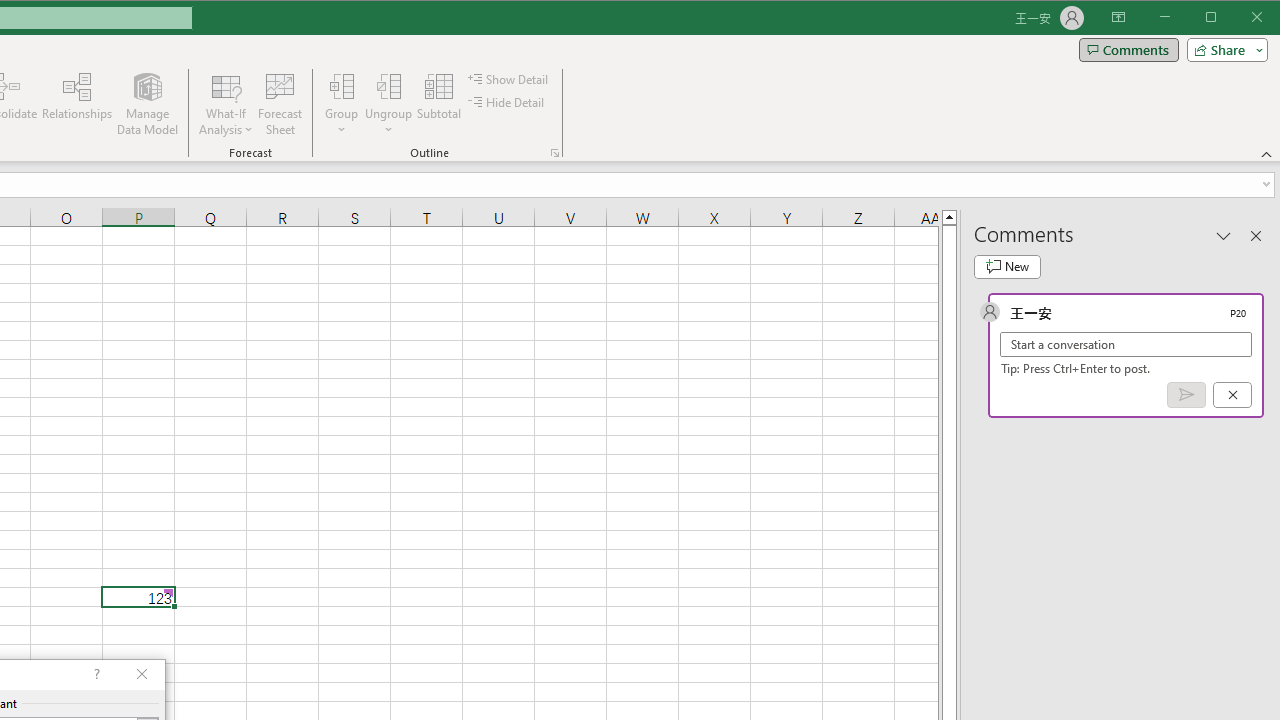 The image size is (1280, 720). I want to click on 'Task Pane Options', so click(1223, 234).